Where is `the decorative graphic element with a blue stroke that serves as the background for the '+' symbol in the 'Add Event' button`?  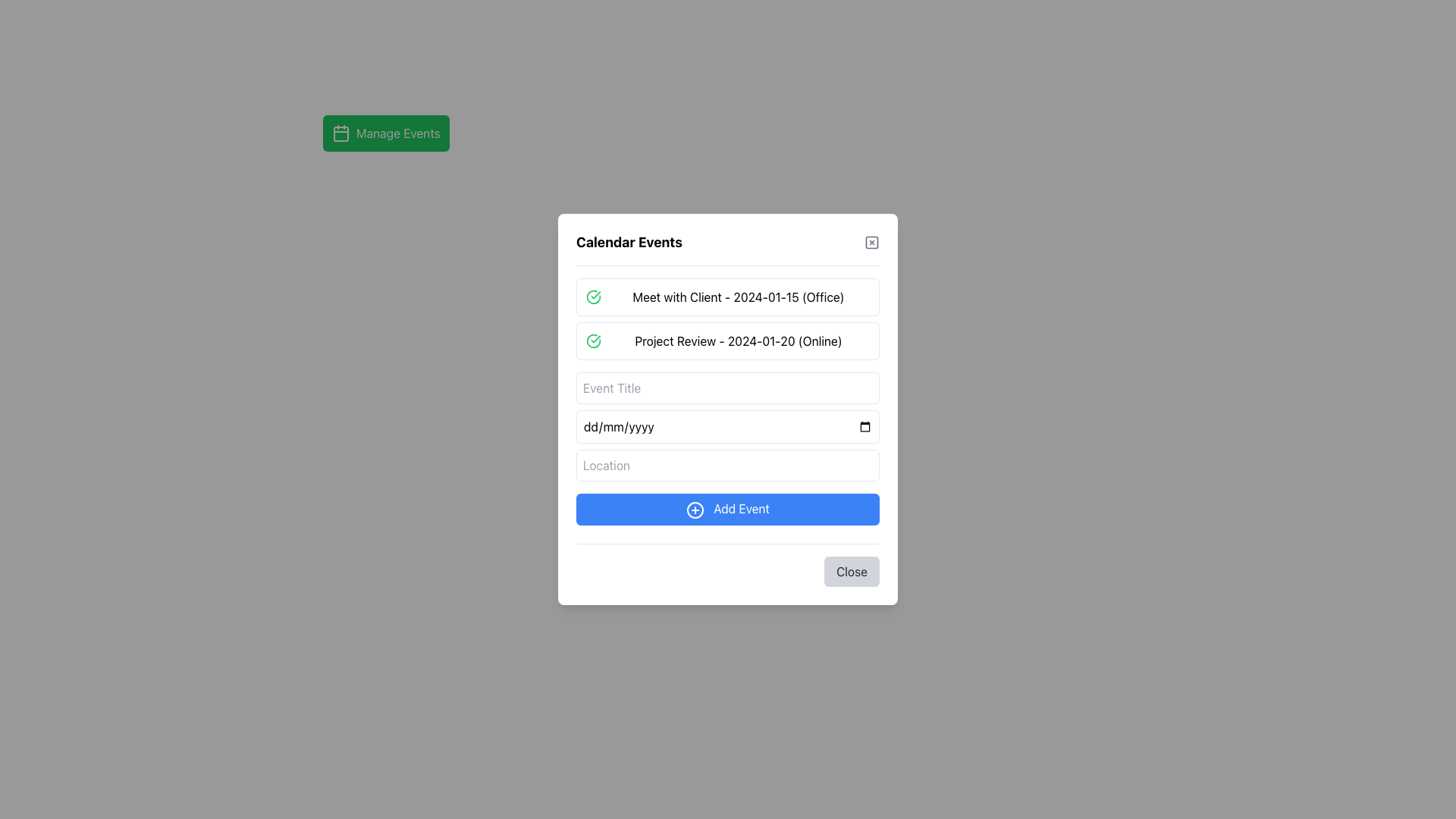 the decorative graphic element with a blue stroke that serves as the background for the '+' symbol in the 'Add Event' button is located at coordinates (694, 510).